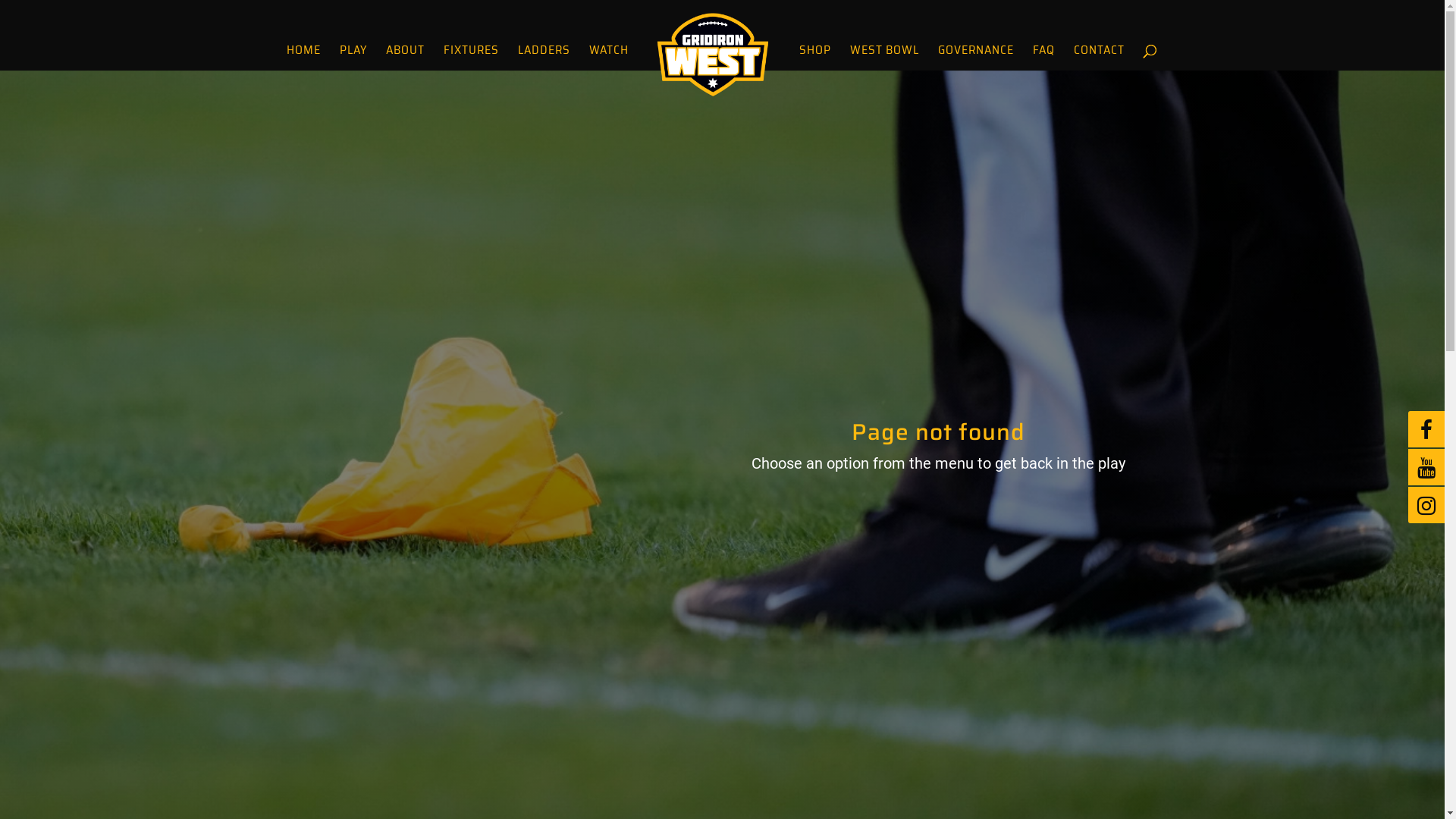 The image size is (1456, 819). Describe the element at coordinates (883, 57) in the screenshot. I see `'WEST BOWL'` at that location.